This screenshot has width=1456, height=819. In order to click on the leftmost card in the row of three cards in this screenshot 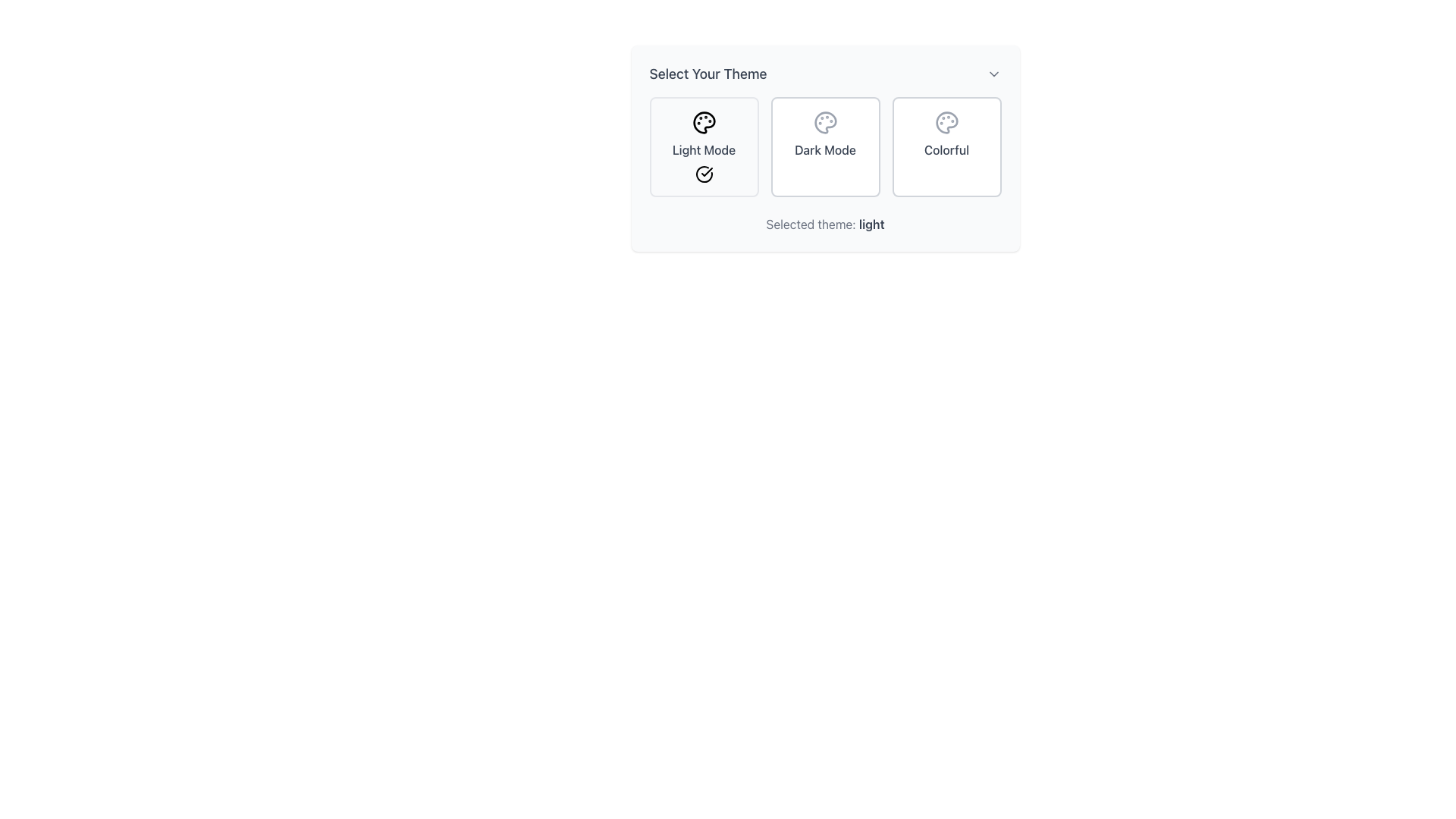, I will do `click(703, 146)`.